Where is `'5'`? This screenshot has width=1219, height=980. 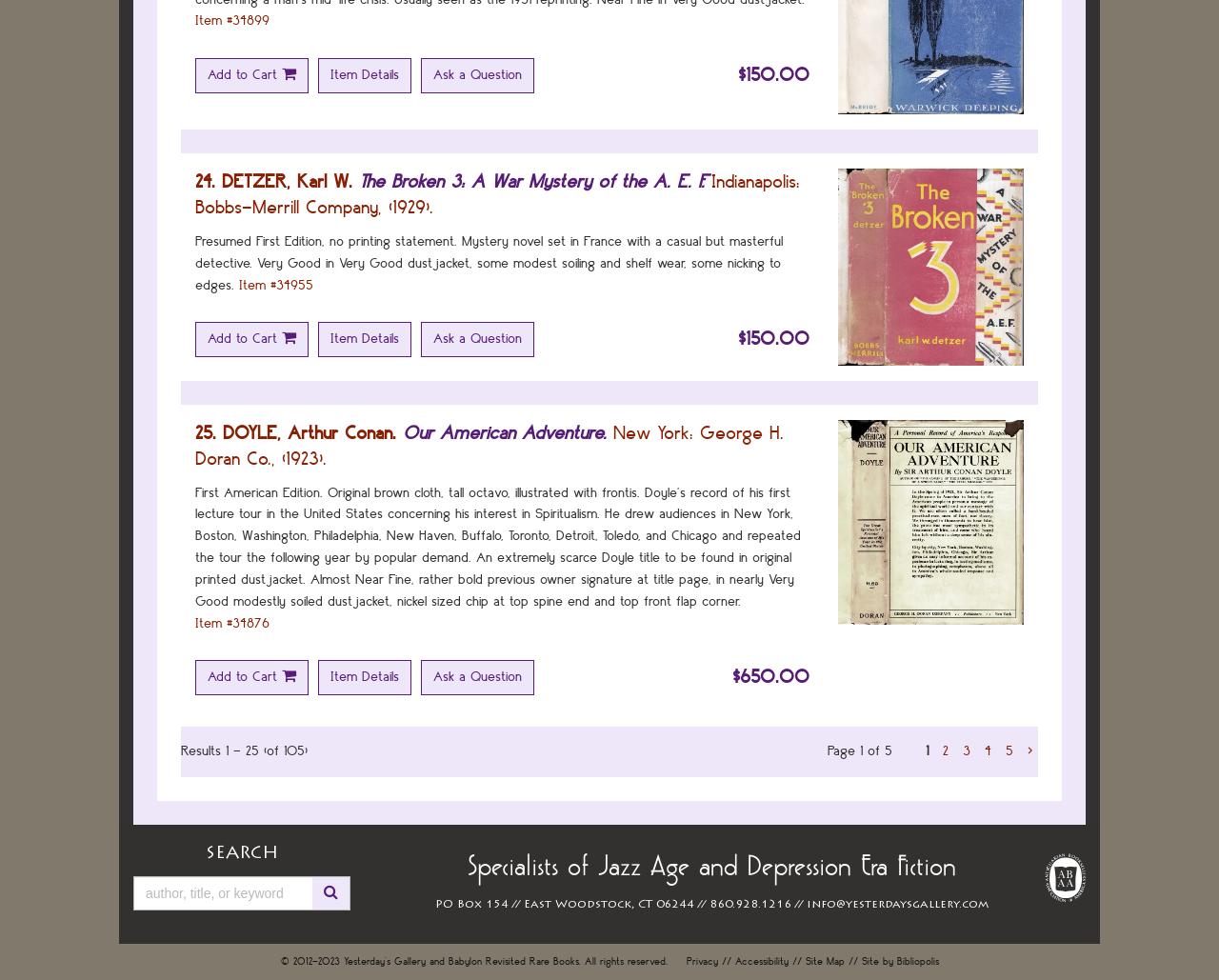
'5' is located at coordinates (1008, 750).